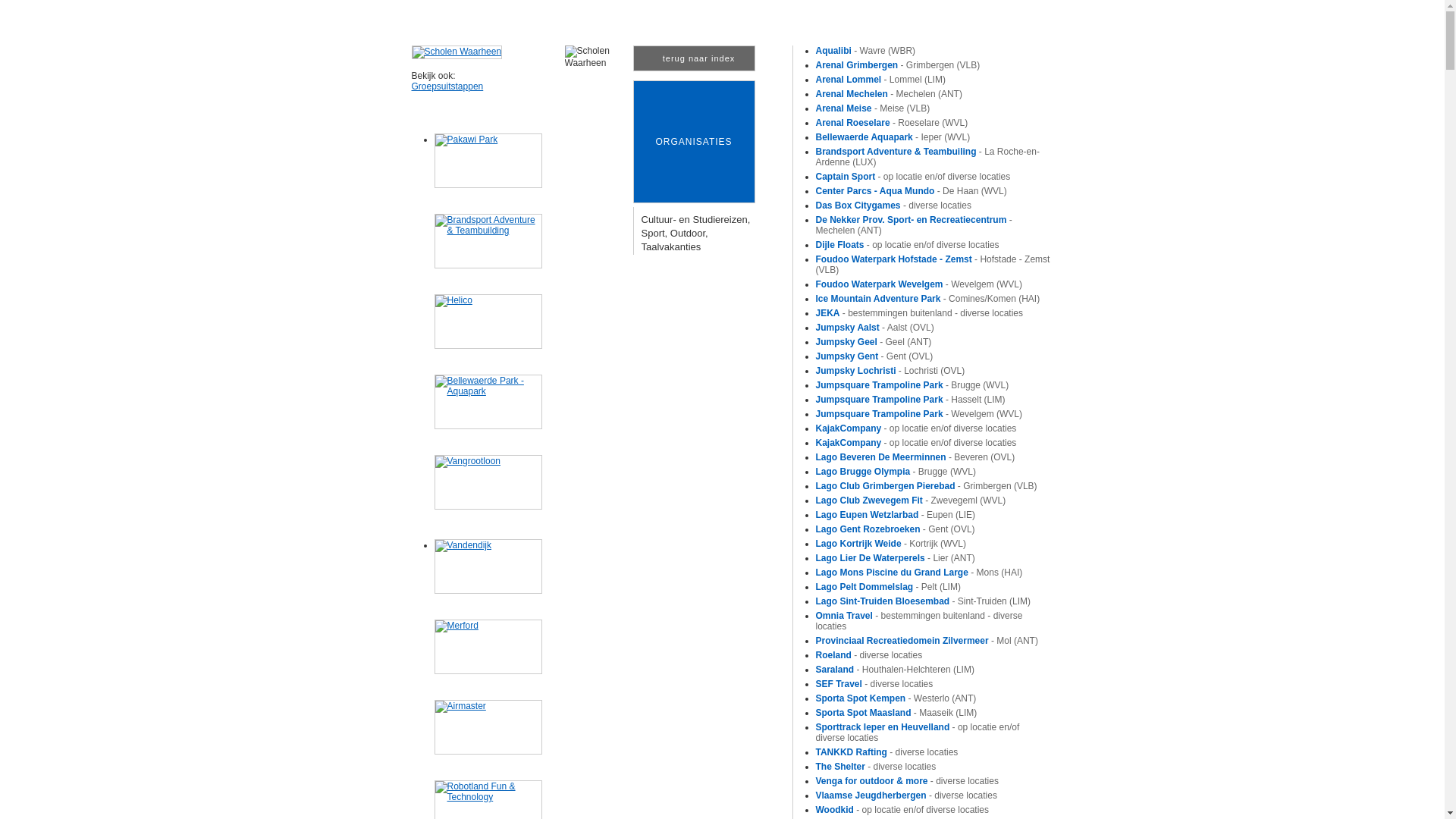  What do you see at coordinates (814, 312) in the screenshot?
I see `'JEKA - bestemmingen buitenland - diverse locaties'` at bounding box center [814, 312].